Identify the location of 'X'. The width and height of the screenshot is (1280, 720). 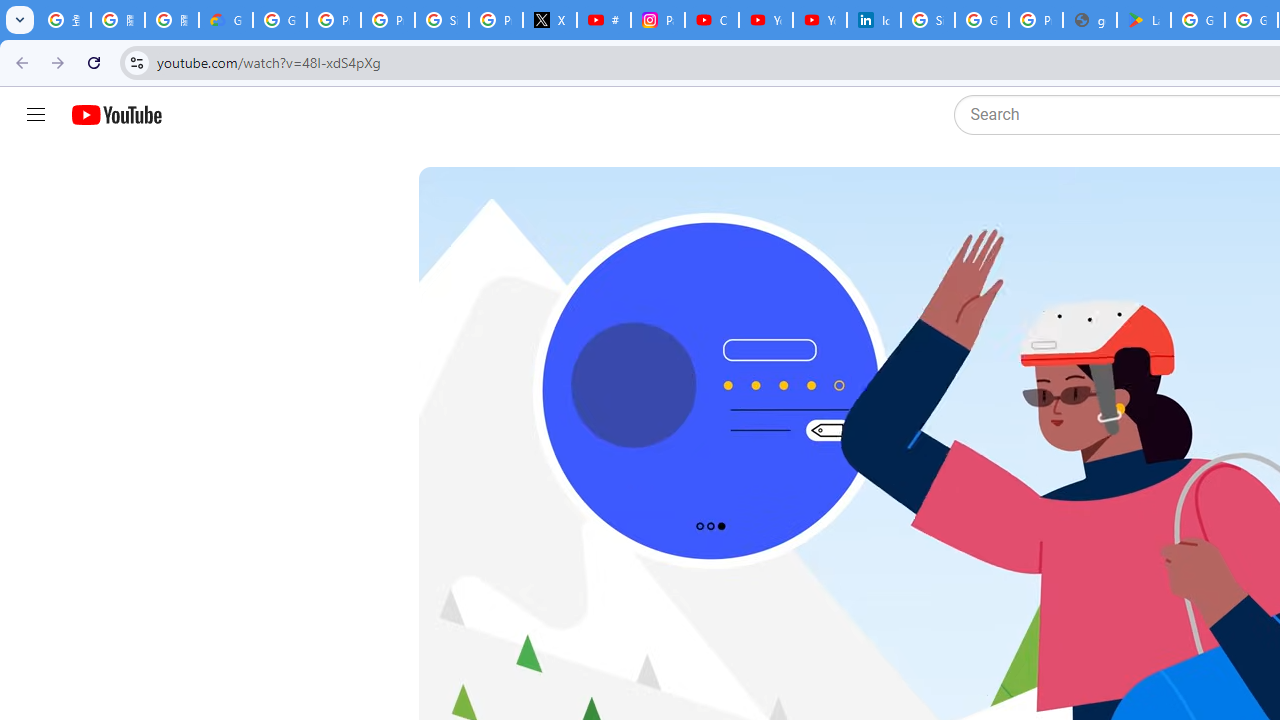
(550, 20).